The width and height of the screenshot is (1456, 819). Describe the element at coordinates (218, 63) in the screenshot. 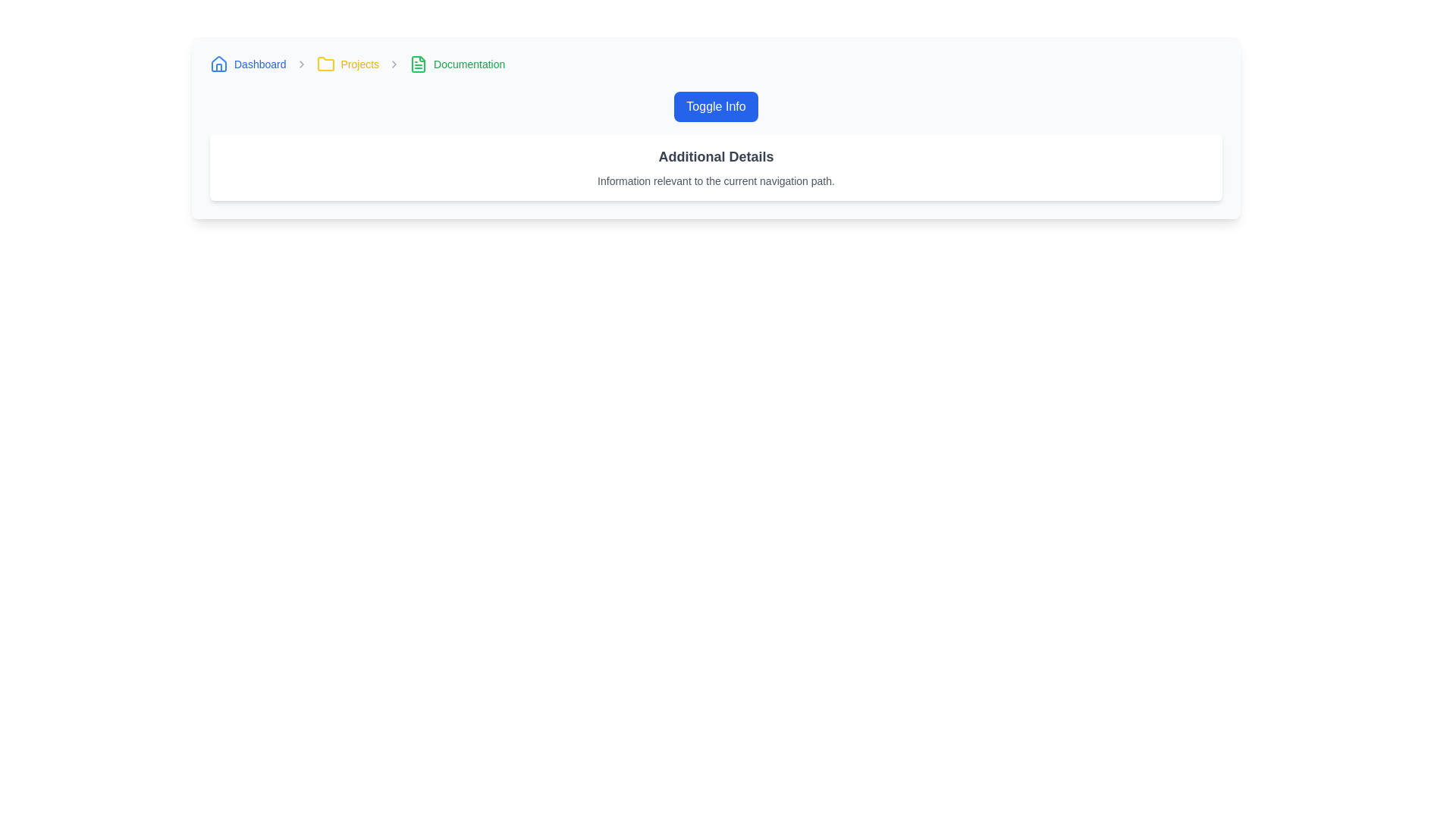

I see `the navigational icon located at the far left of the breadcrumb navigation bar` at that location.